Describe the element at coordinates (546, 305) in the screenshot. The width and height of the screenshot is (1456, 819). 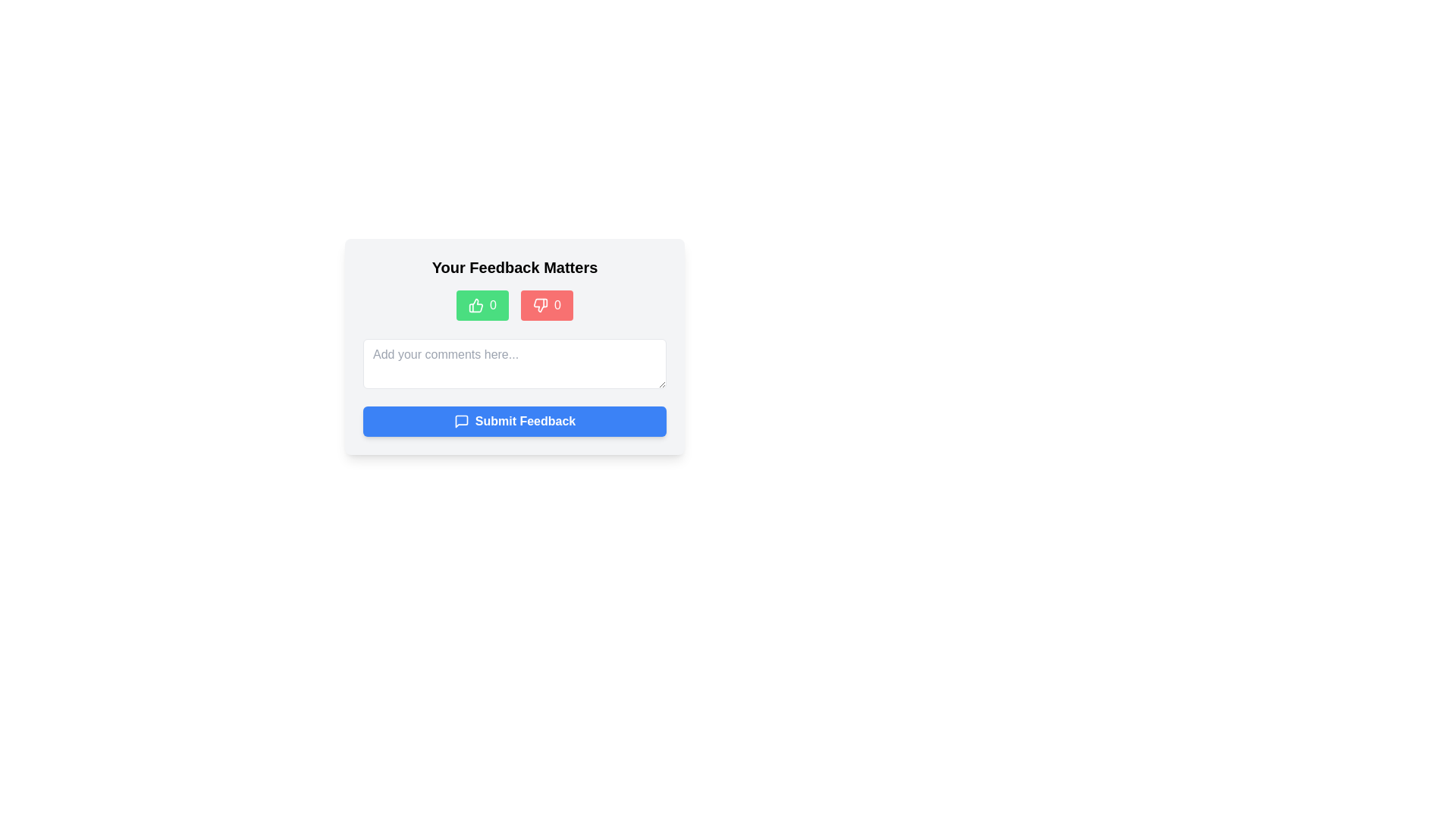
I see `the red rounded button with a thumbs-down icon located under the title 'Your Feedback Matters'` at that location.